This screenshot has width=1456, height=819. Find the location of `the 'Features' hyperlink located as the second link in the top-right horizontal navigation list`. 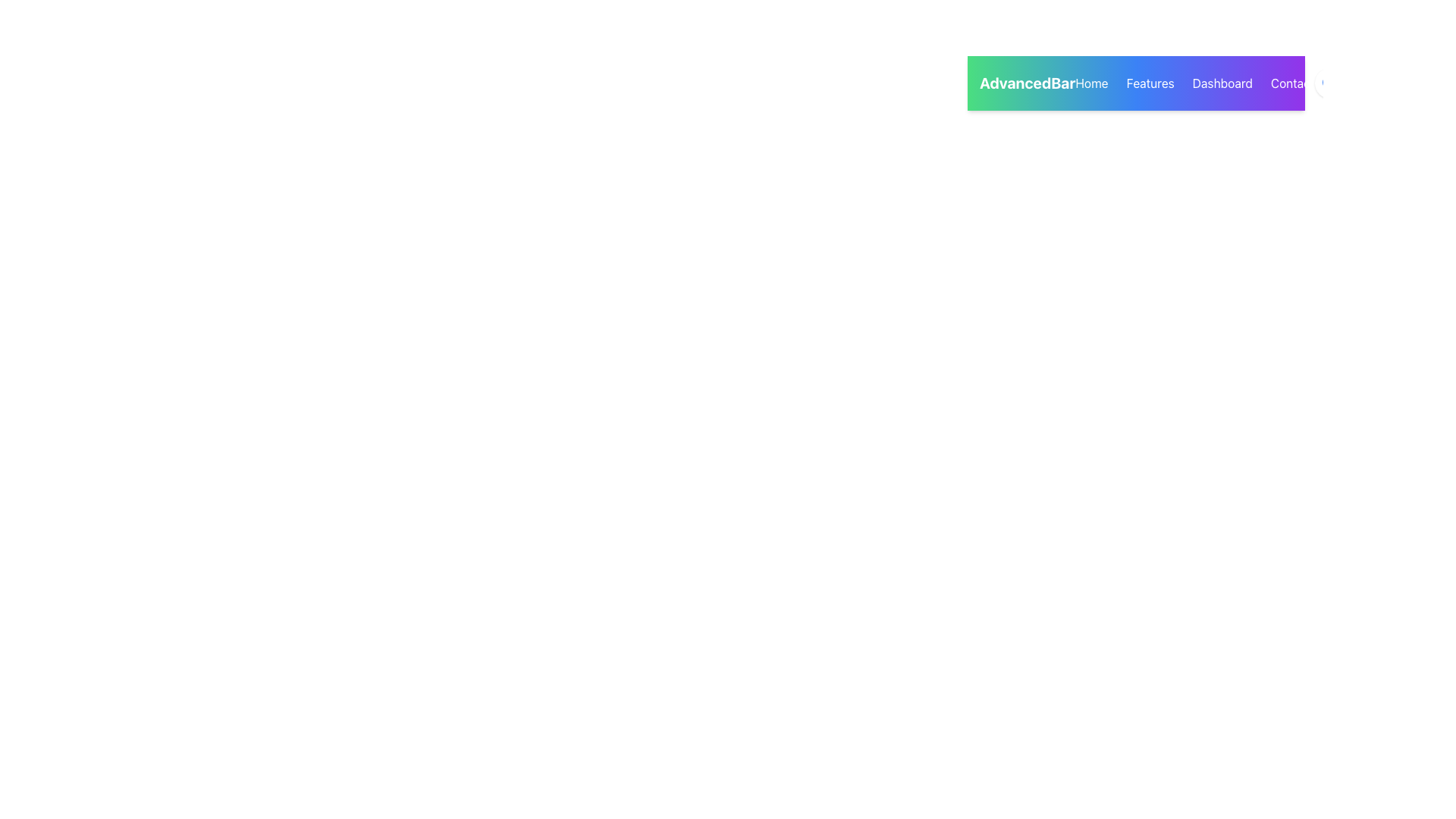

the 'Features' hyperlink located as the second link in the top-right horizontal navigation list is located at coordinates (1150, 83).